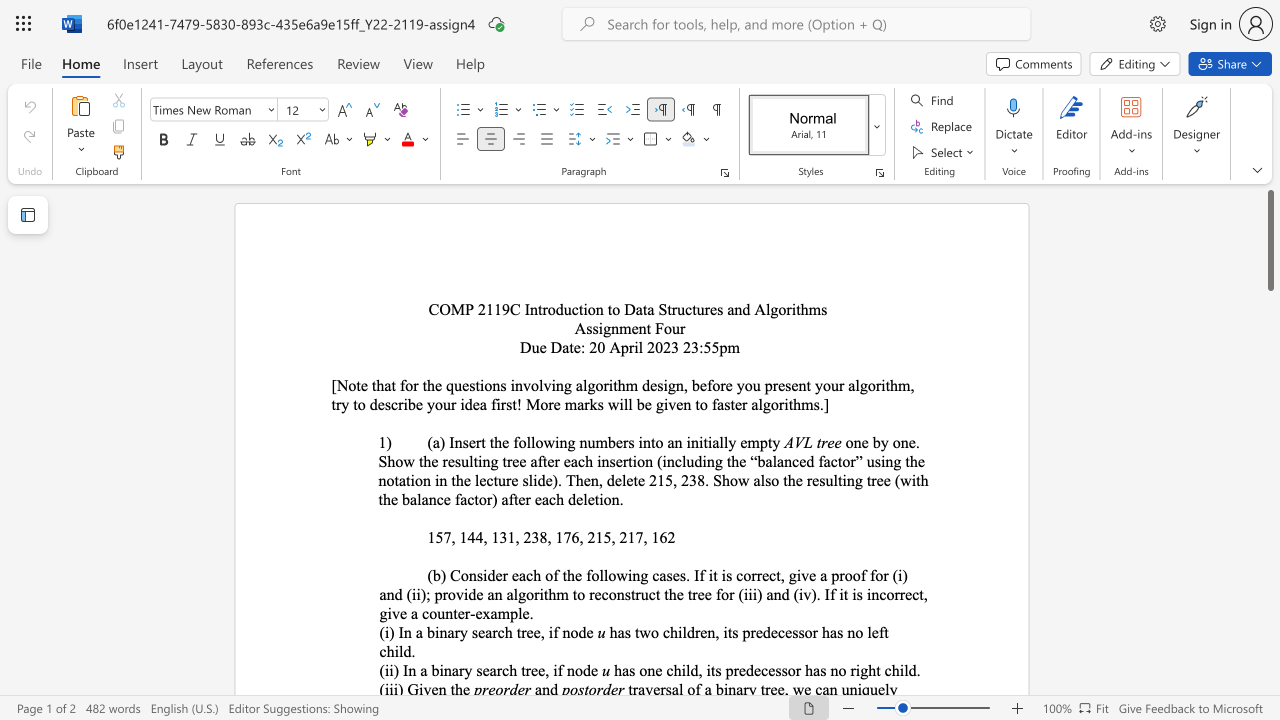 This screenshot has width=1280, height=720. What do you see at coordinates (787, 632) in the screenshot?
I see `the 4th character "e" in the text` at bounding box center [787, 632].